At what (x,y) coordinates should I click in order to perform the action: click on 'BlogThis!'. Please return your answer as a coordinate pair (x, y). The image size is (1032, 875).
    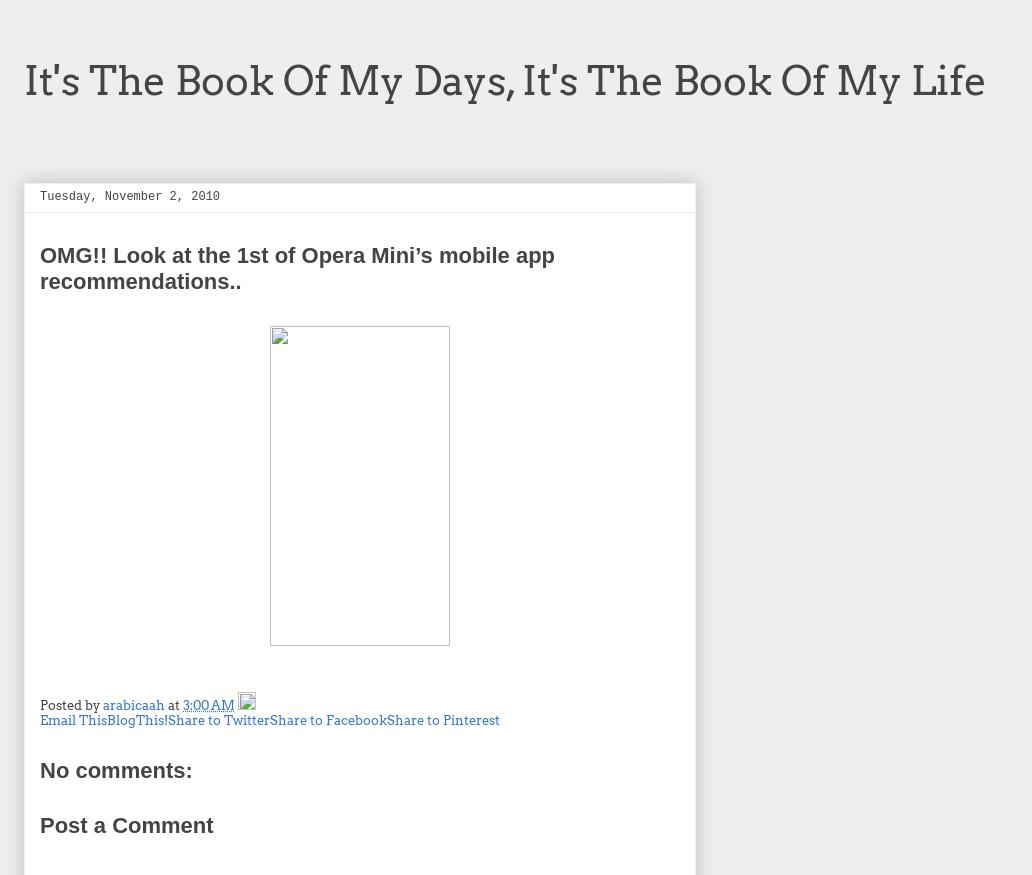
    Looking at the image, I should click on (136, 720).